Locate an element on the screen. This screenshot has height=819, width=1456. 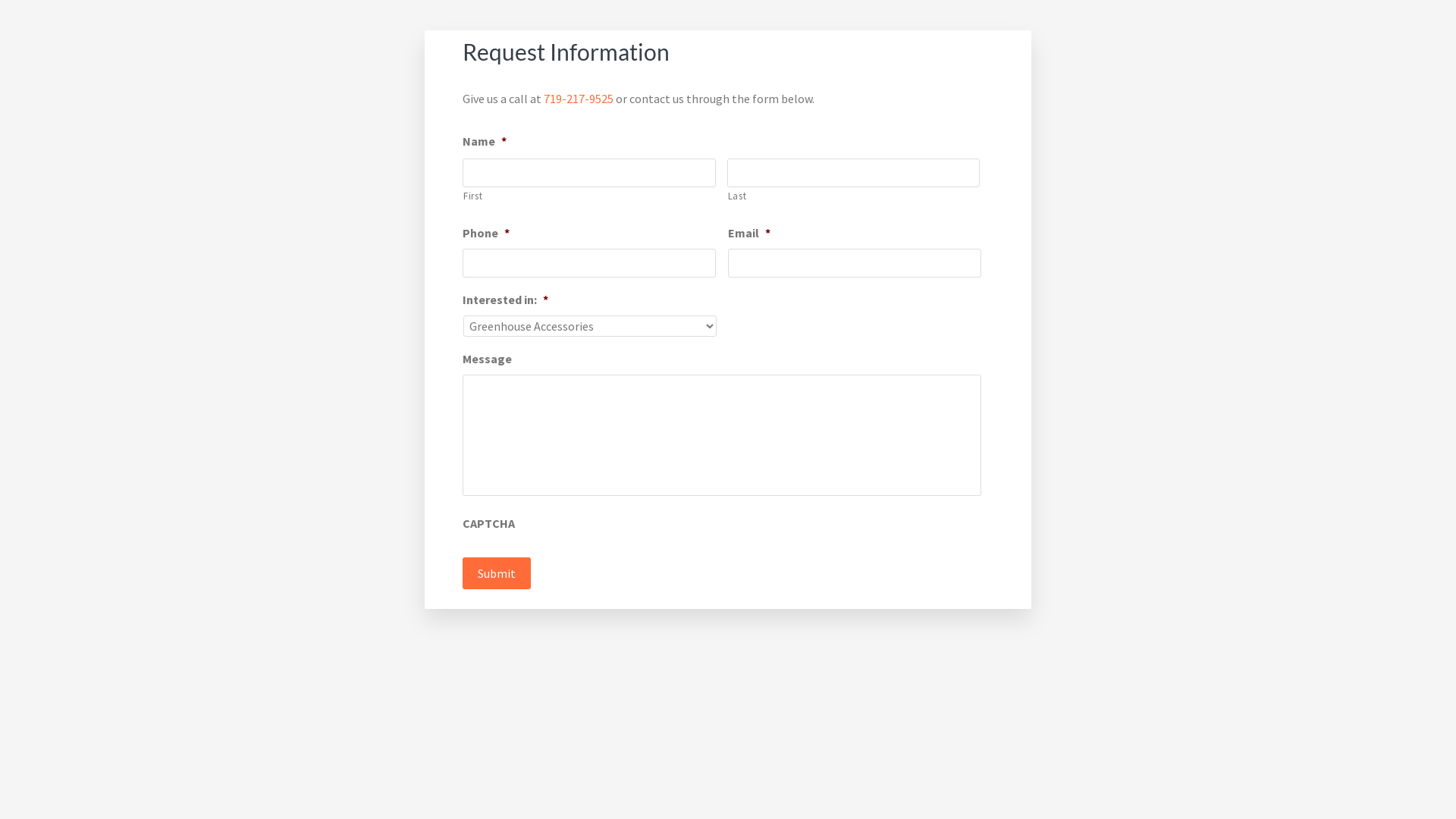
'Submit' is located at coordinates (461, 573).